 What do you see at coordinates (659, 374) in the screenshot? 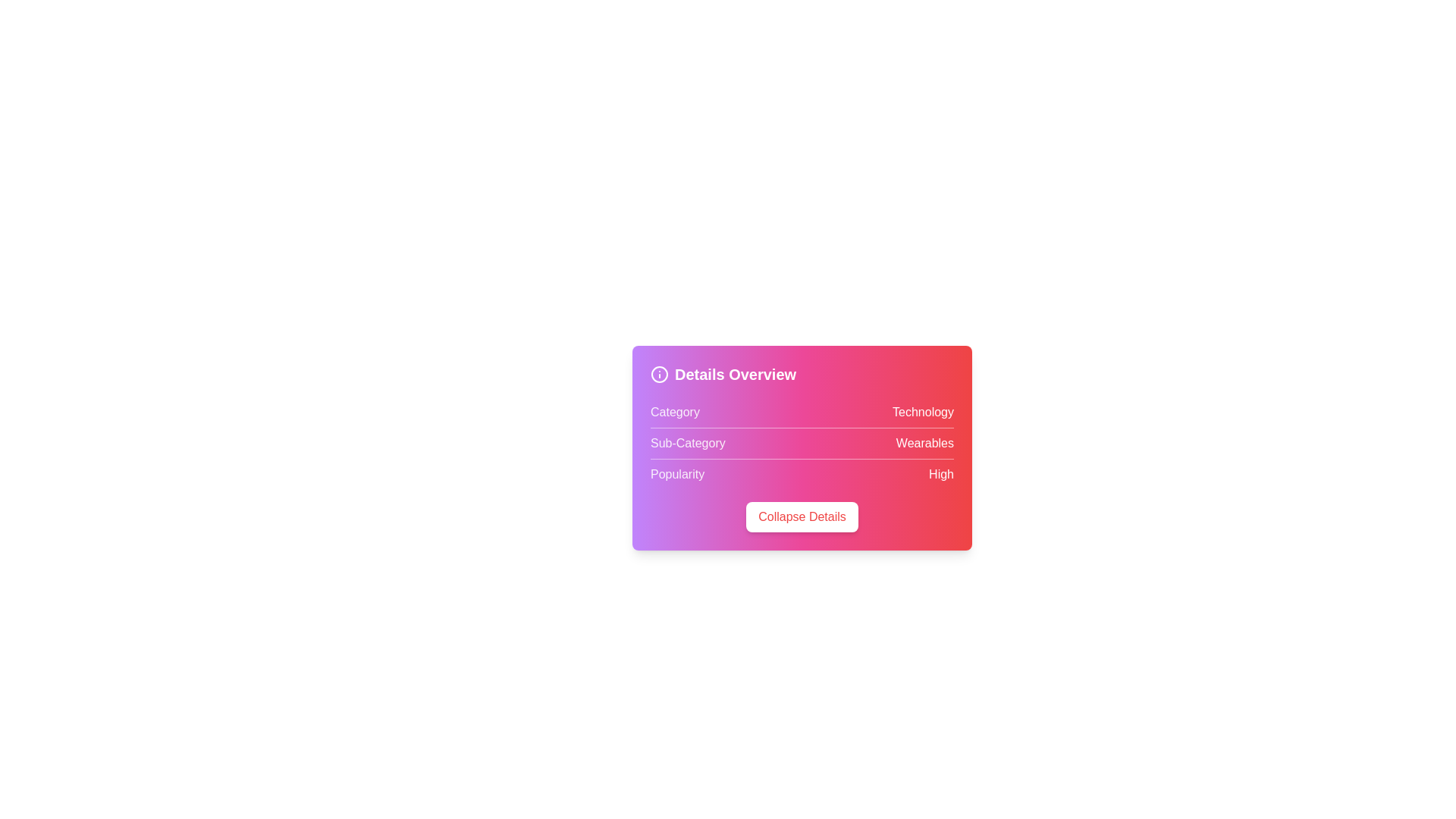
I see `the outermost SVG Circle located at the center of the 'Details Overview' card interface` at bounding box center [659, 374].